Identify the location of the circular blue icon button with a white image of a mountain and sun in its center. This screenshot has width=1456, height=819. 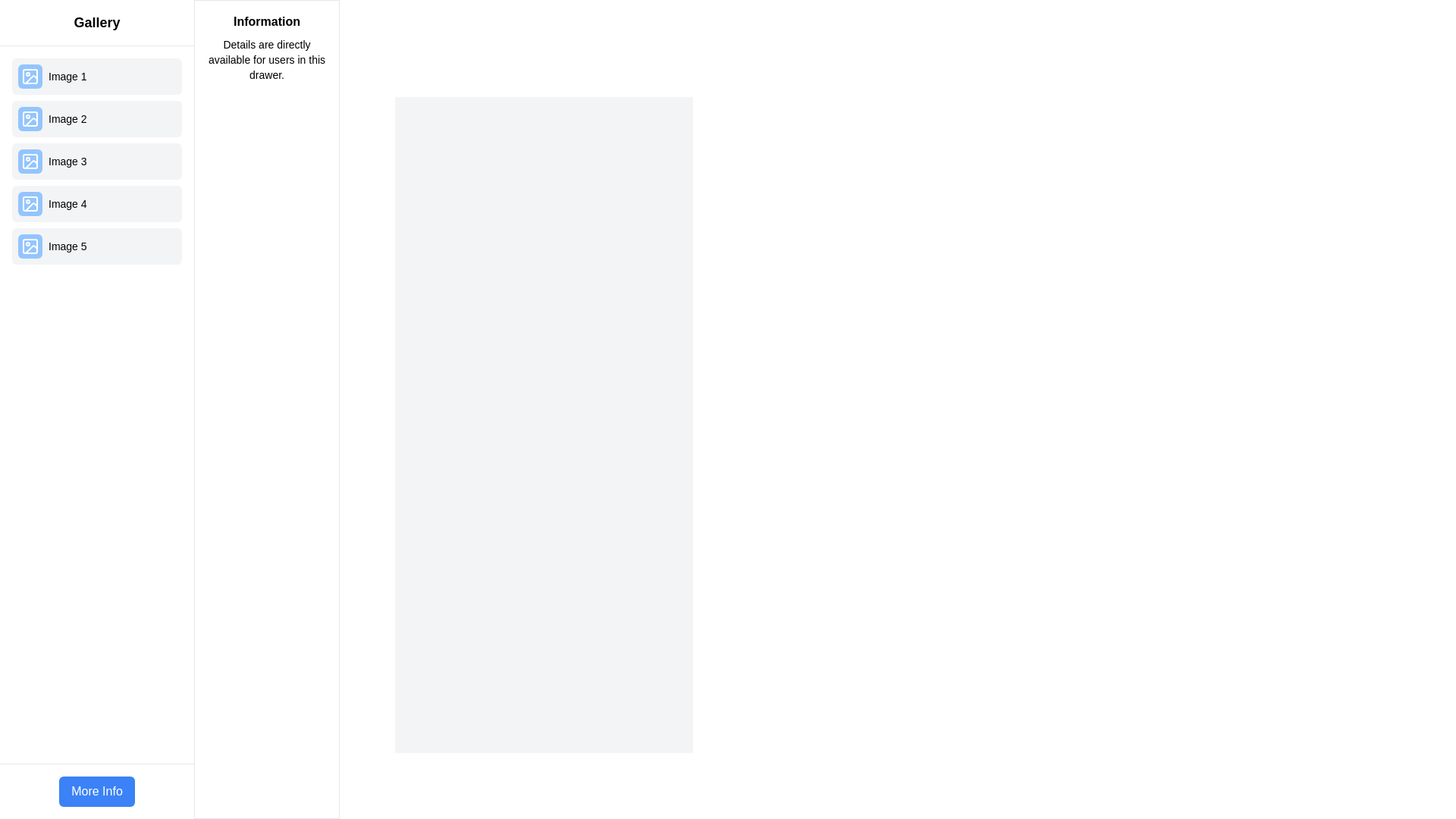
(30, 161).